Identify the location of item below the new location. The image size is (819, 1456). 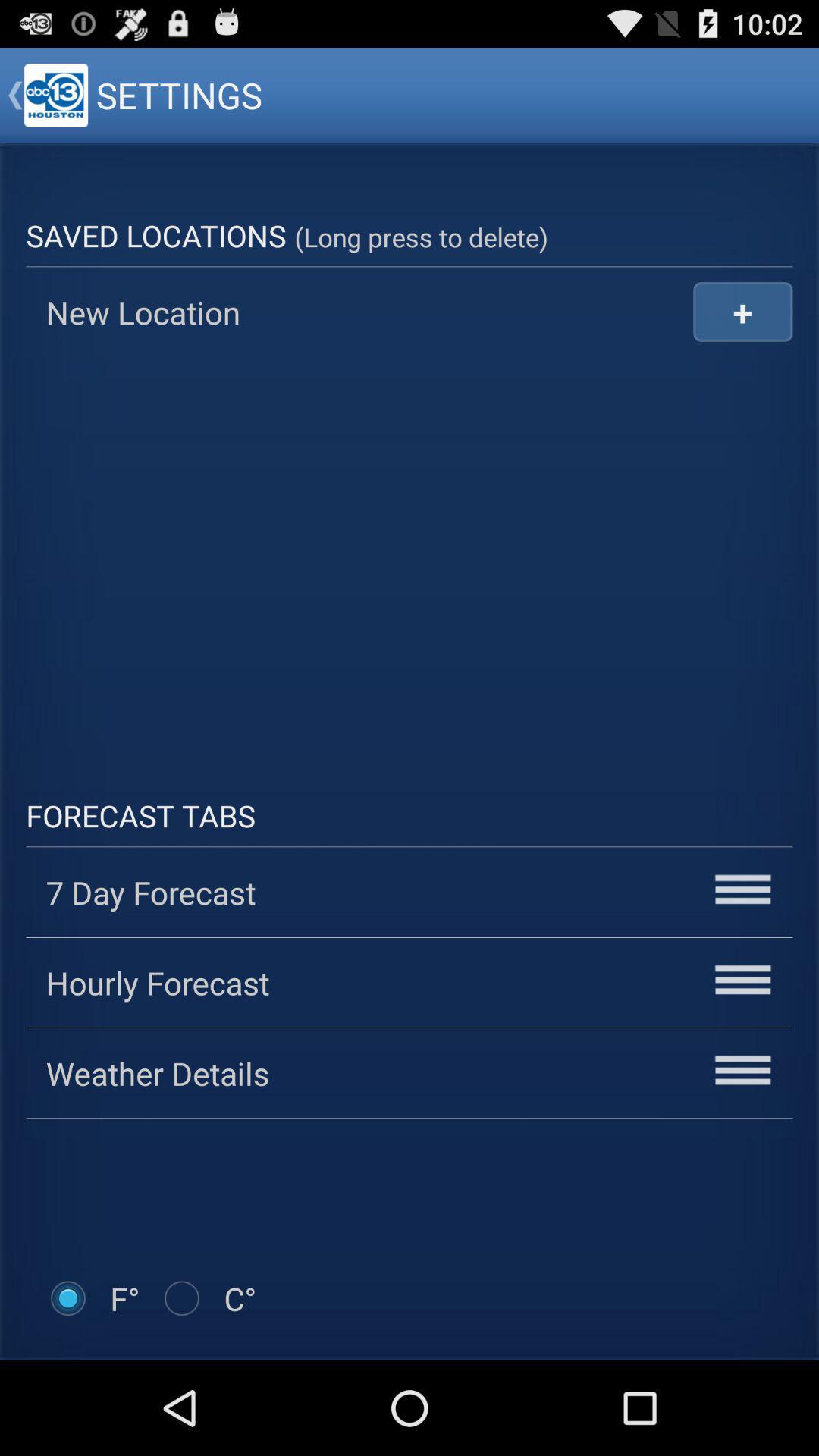
(409, 555).